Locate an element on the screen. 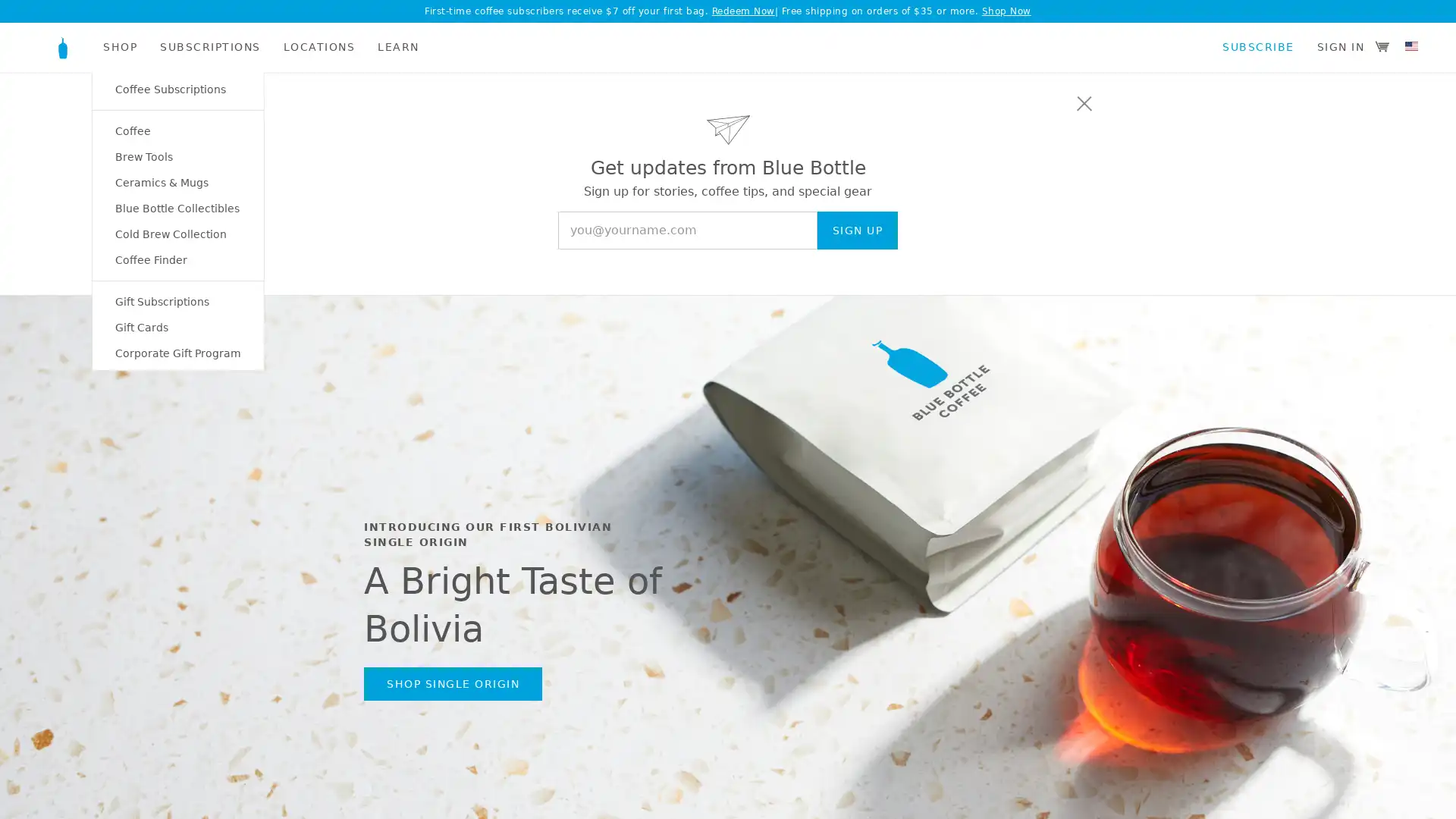 The image size is (1456, 819). SIGN UP is located at coordinates (857, 230).